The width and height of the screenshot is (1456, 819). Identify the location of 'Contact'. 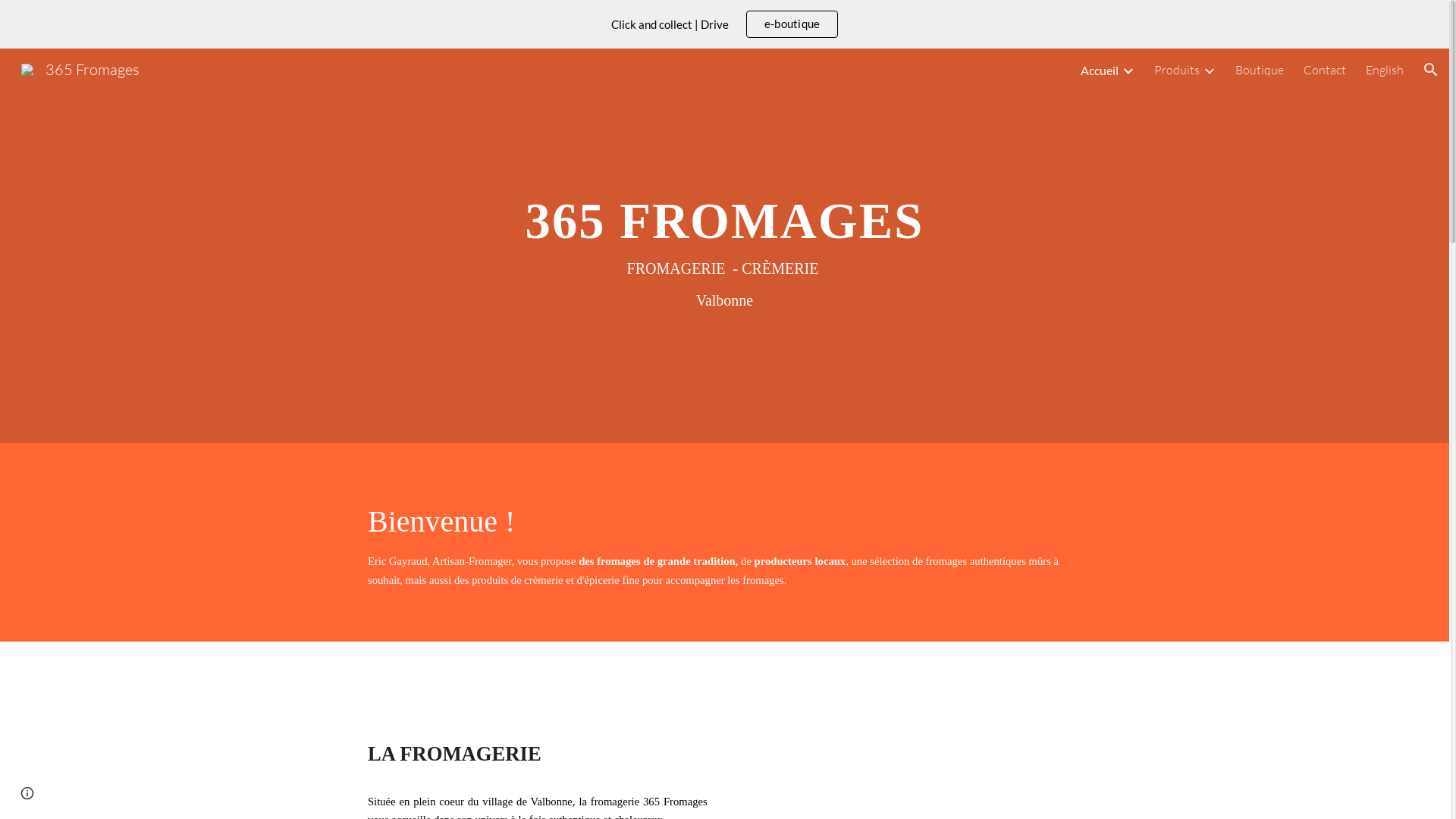
(1324, 70).